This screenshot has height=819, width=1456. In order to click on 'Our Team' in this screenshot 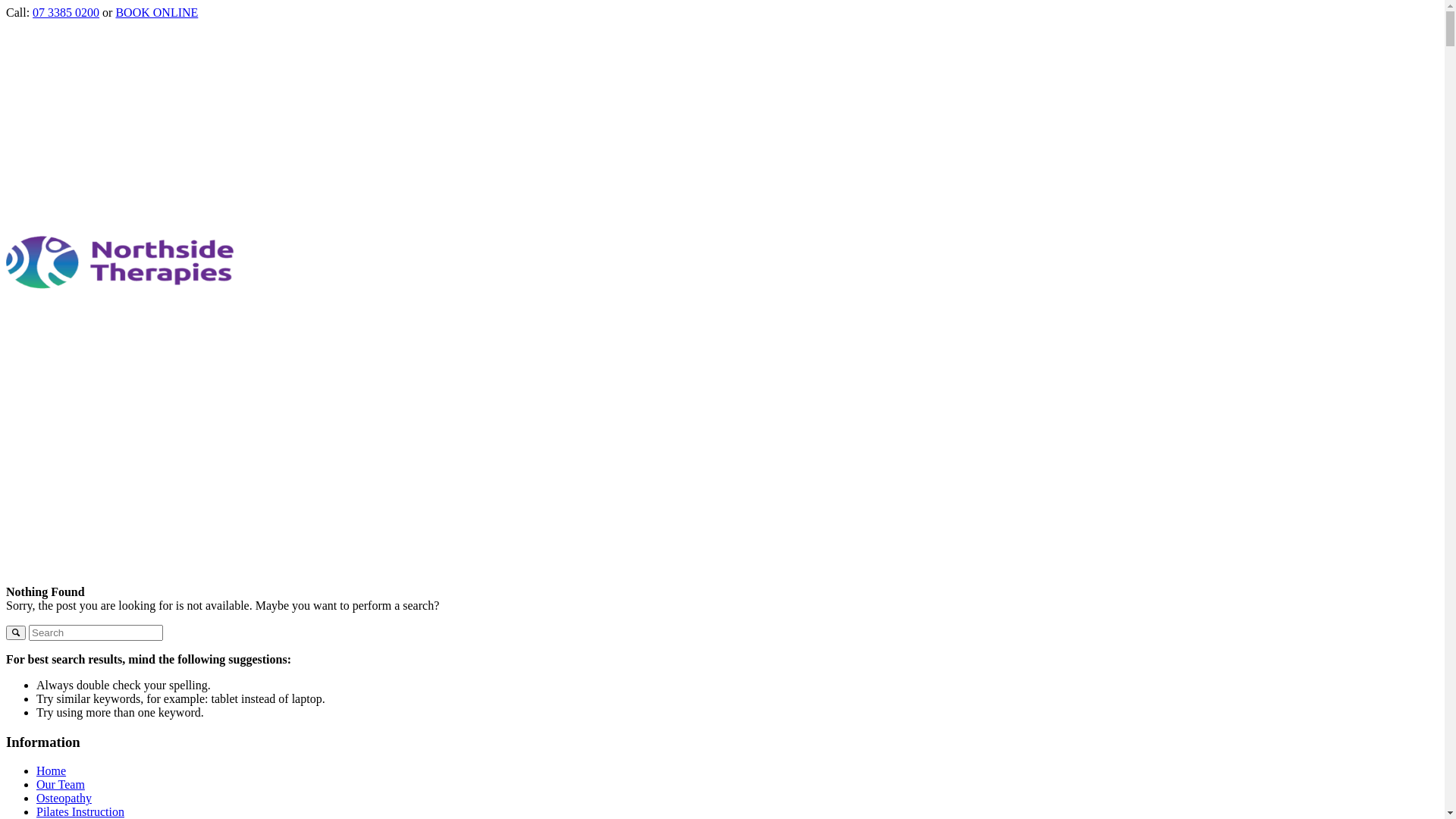, I will do `click(61, 784)`.